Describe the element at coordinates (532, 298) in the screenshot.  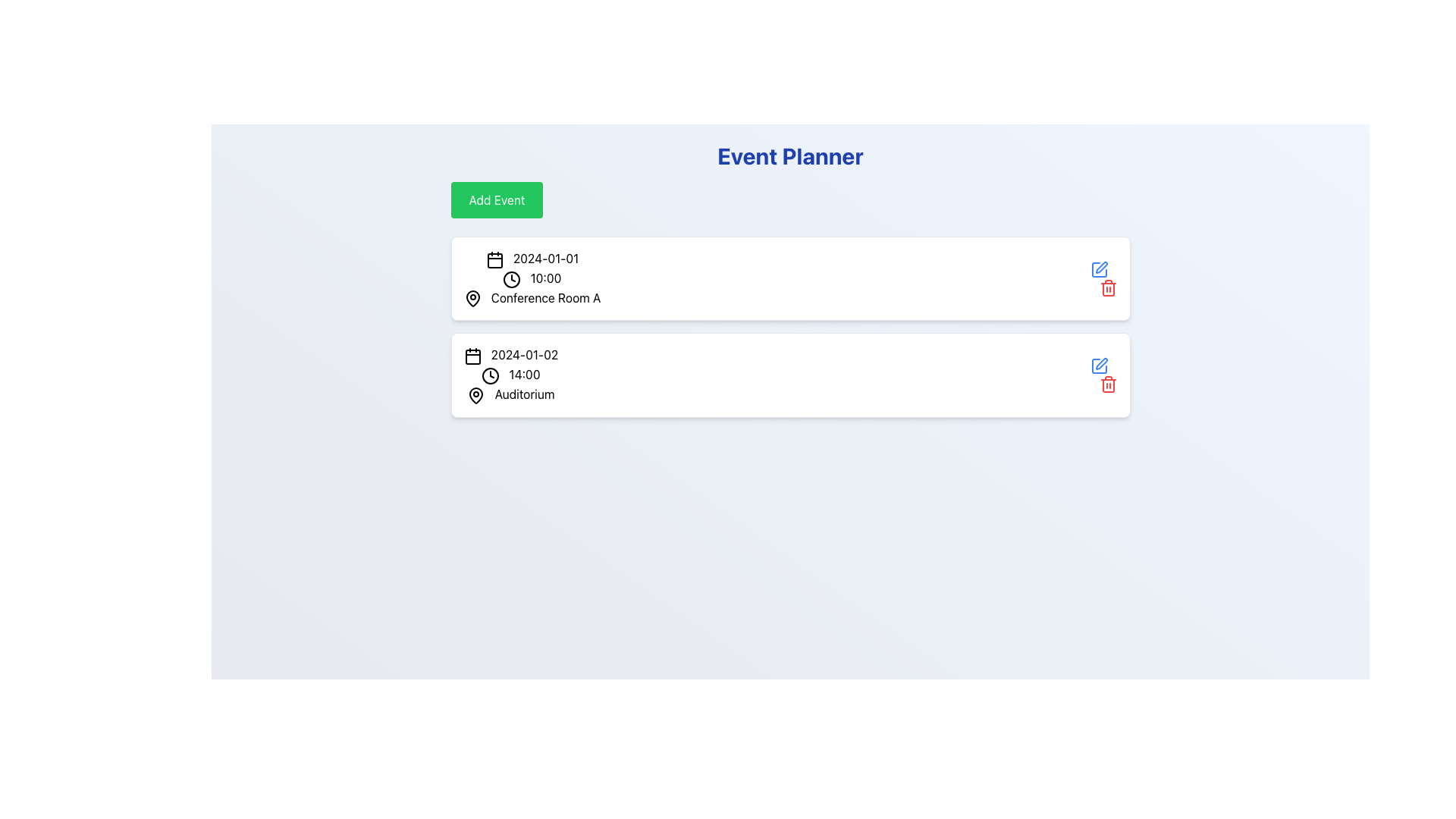
I see `the text label displaying 'Conference Room A' for reading` at that location.